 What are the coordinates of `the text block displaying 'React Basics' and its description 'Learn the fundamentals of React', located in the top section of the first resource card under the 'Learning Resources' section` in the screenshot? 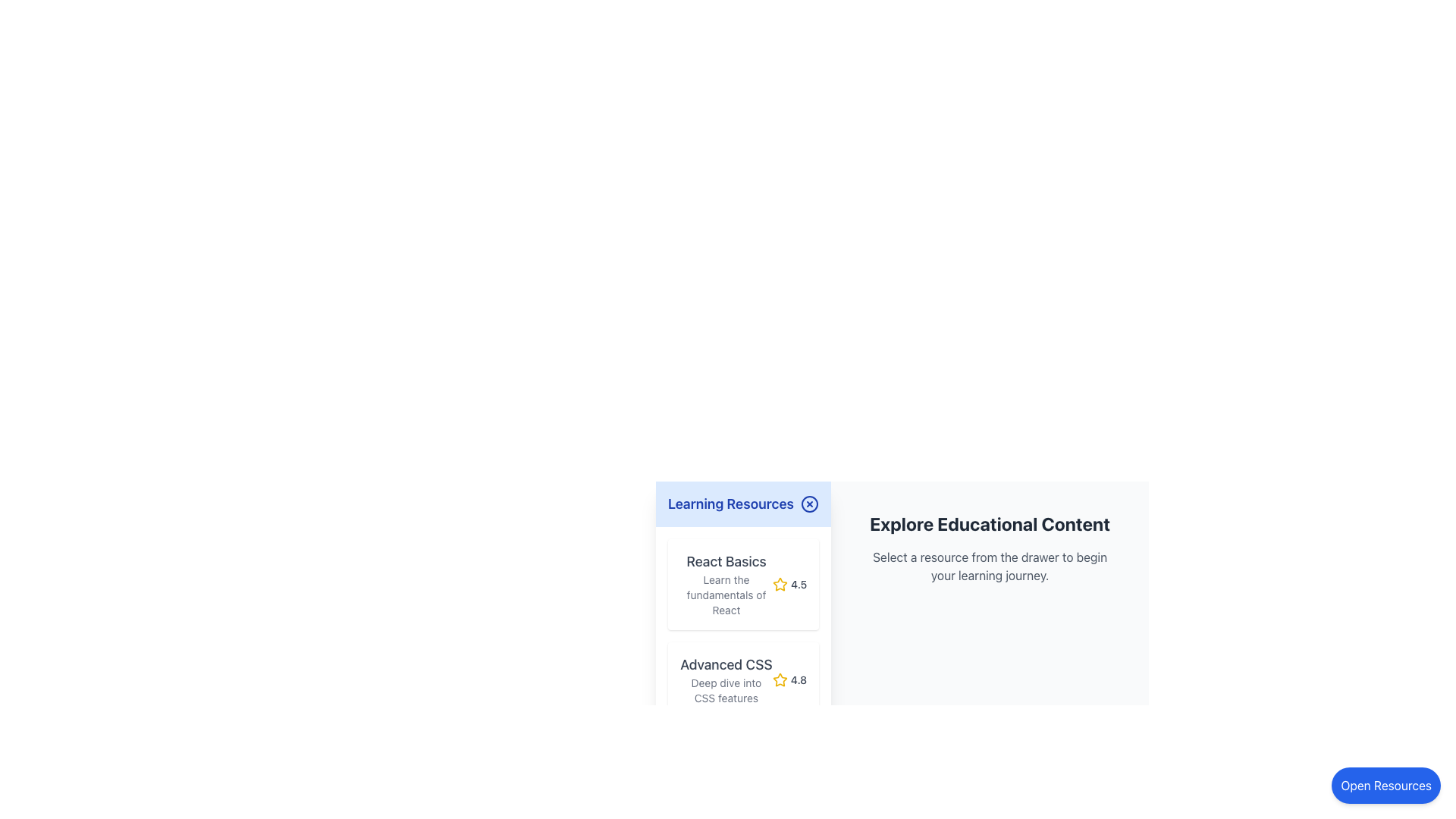 It's located at (726, 584).